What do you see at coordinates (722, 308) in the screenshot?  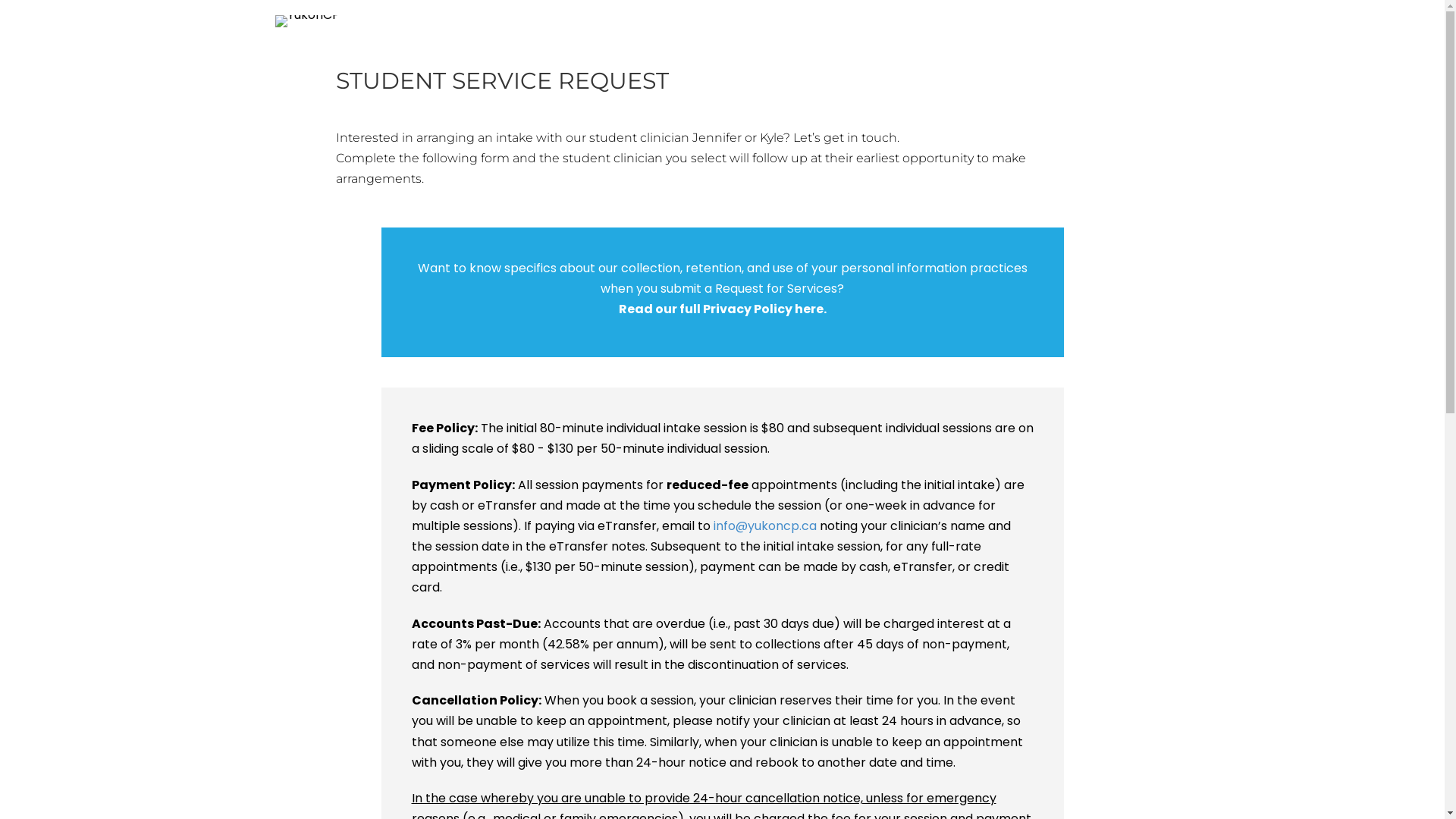 I see `'Read our full Privacy Policy here.'` at bounding box center [722, 308].